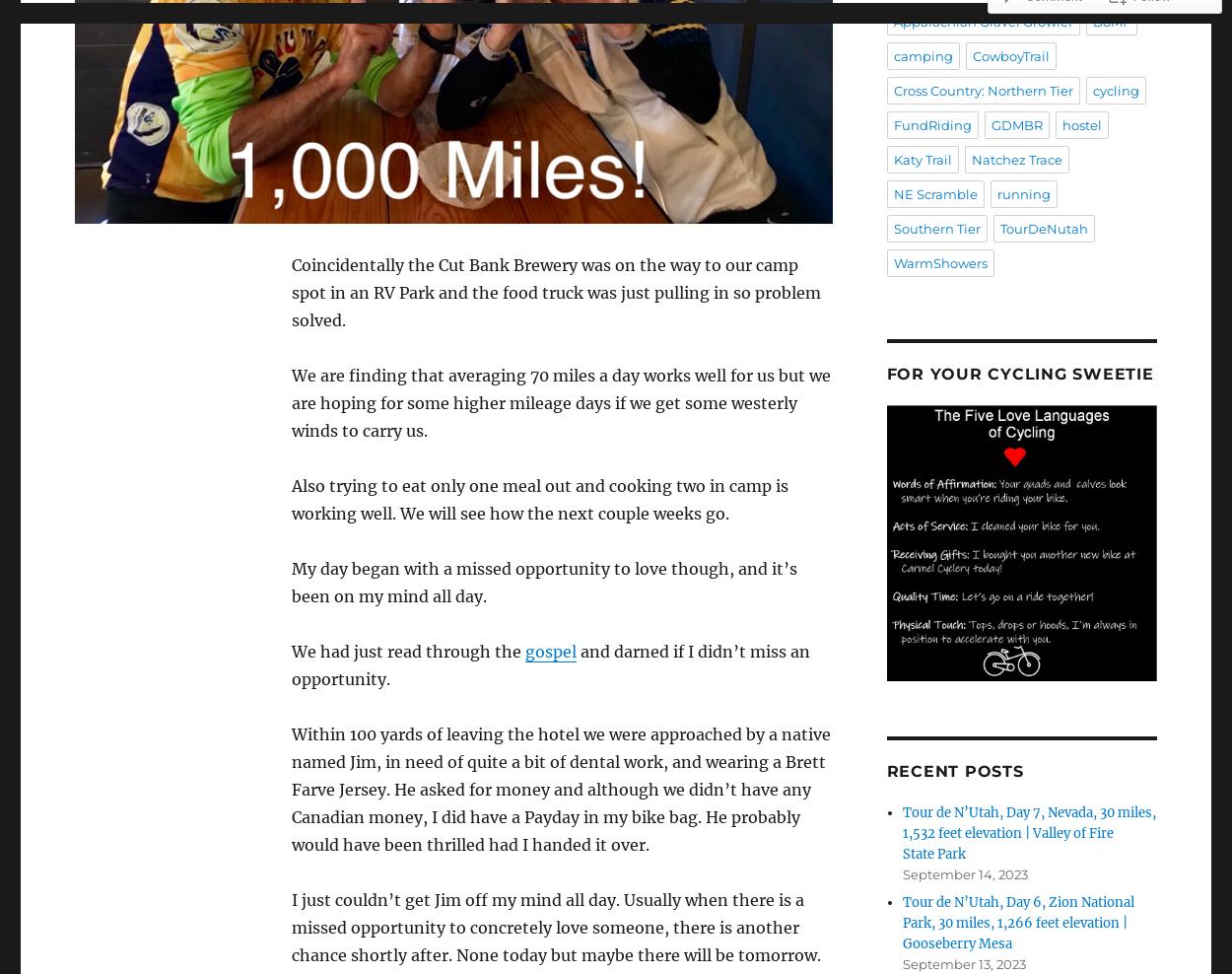 Image resolution: width=1232 pixels, height=974 pixels. I want to click on 'Natchez Trace', so click(1016, 159).